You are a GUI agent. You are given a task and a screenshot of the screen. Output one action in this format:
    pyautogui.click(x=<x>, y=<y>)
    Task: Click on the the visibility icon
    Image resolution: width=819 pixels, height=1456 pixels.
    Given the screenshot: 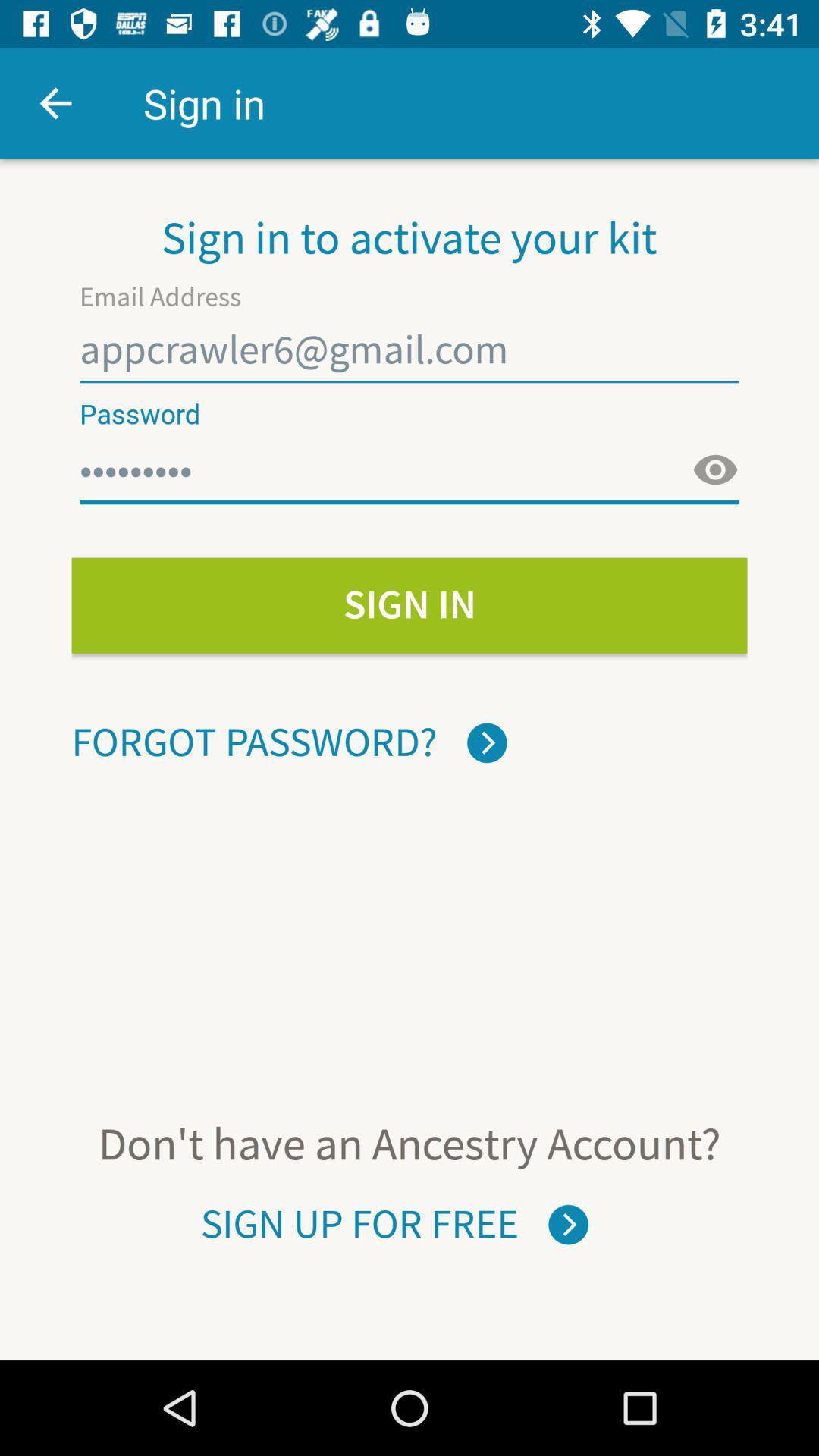 What is the action you would take?
    pyautogui.click(x=715, y=469)
    